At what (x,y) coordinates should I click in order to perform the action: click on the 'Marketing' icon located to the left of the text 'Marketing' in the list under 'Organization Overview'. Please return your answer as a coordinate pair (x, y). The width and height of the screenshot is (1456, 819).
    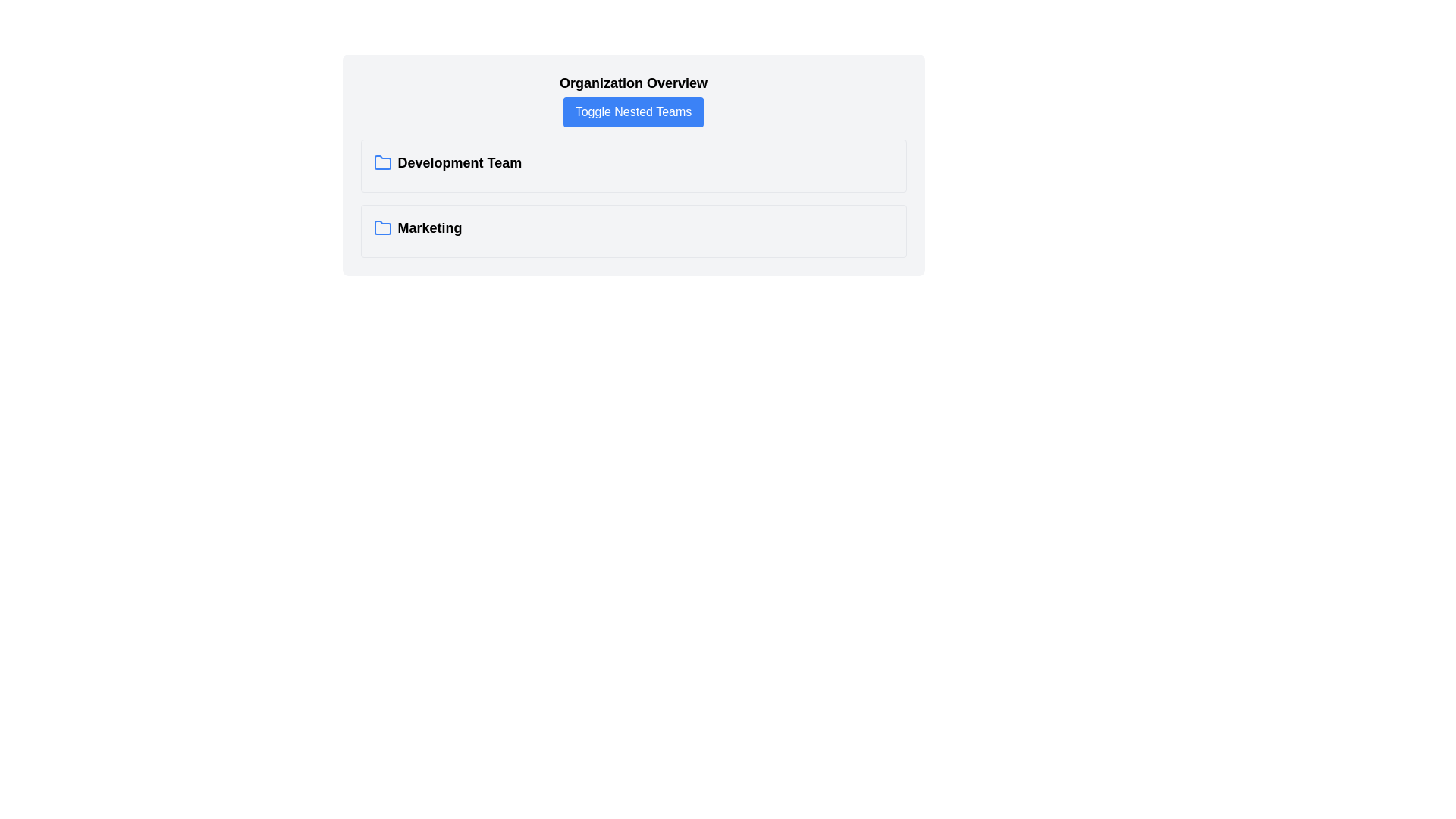
    Looking at the image, I should click on (382, 227).